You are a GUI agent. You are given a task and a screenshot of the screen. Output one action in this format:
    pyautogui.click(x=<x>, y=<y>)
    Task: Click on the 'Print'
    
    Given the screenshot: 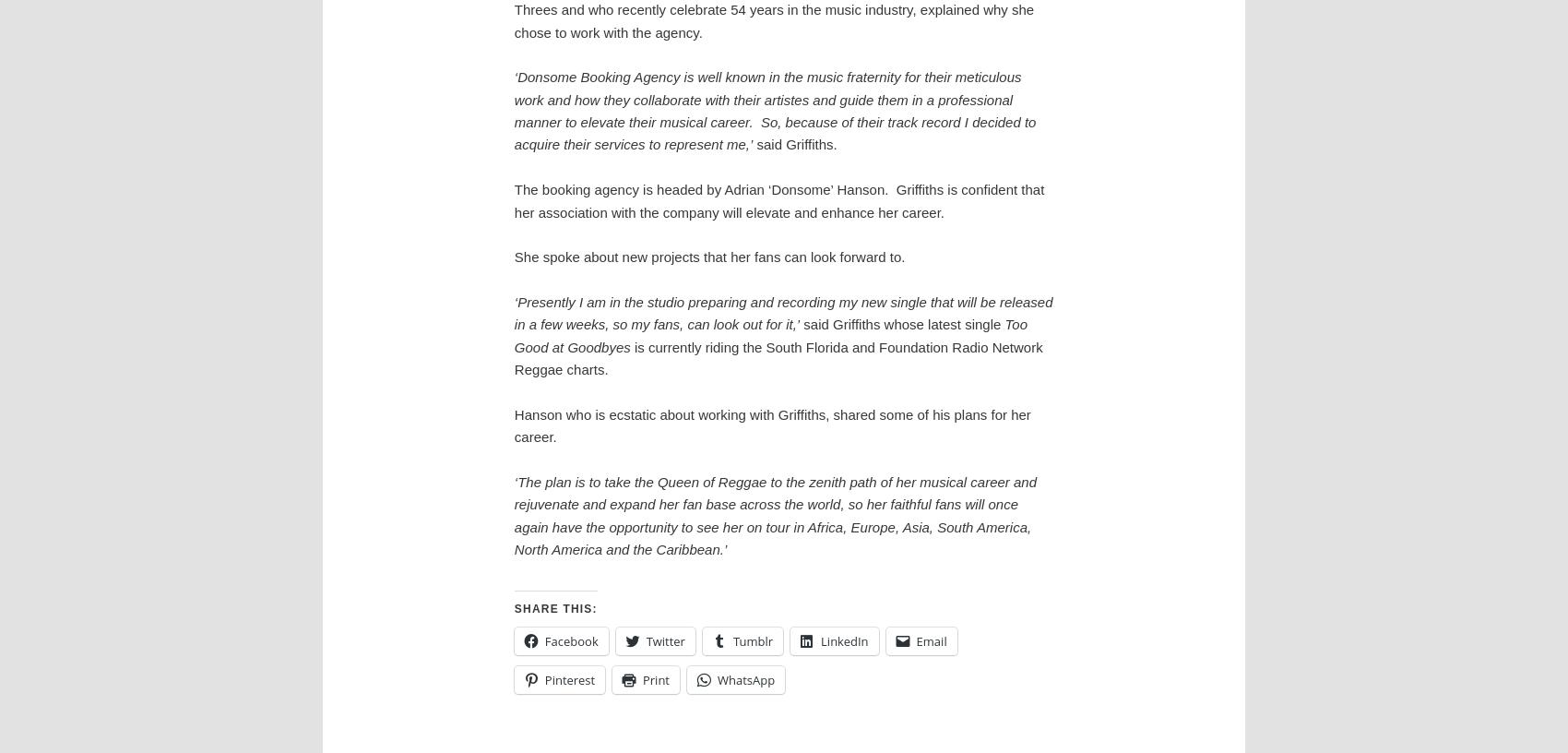 What is the action you would take?
    pyautogui.click(x=641, y=679)
    